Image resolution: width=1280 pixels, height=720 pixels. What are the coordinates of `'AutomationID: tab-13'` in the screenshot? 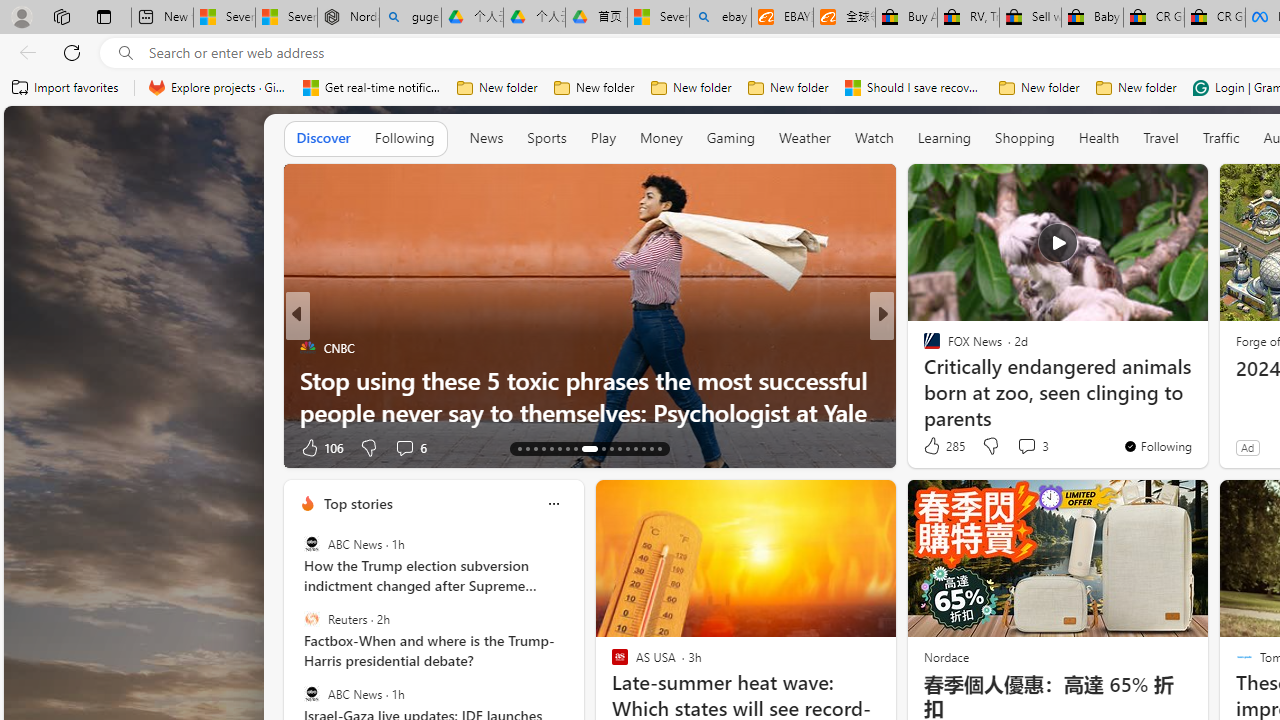 It's located at (519, 447).